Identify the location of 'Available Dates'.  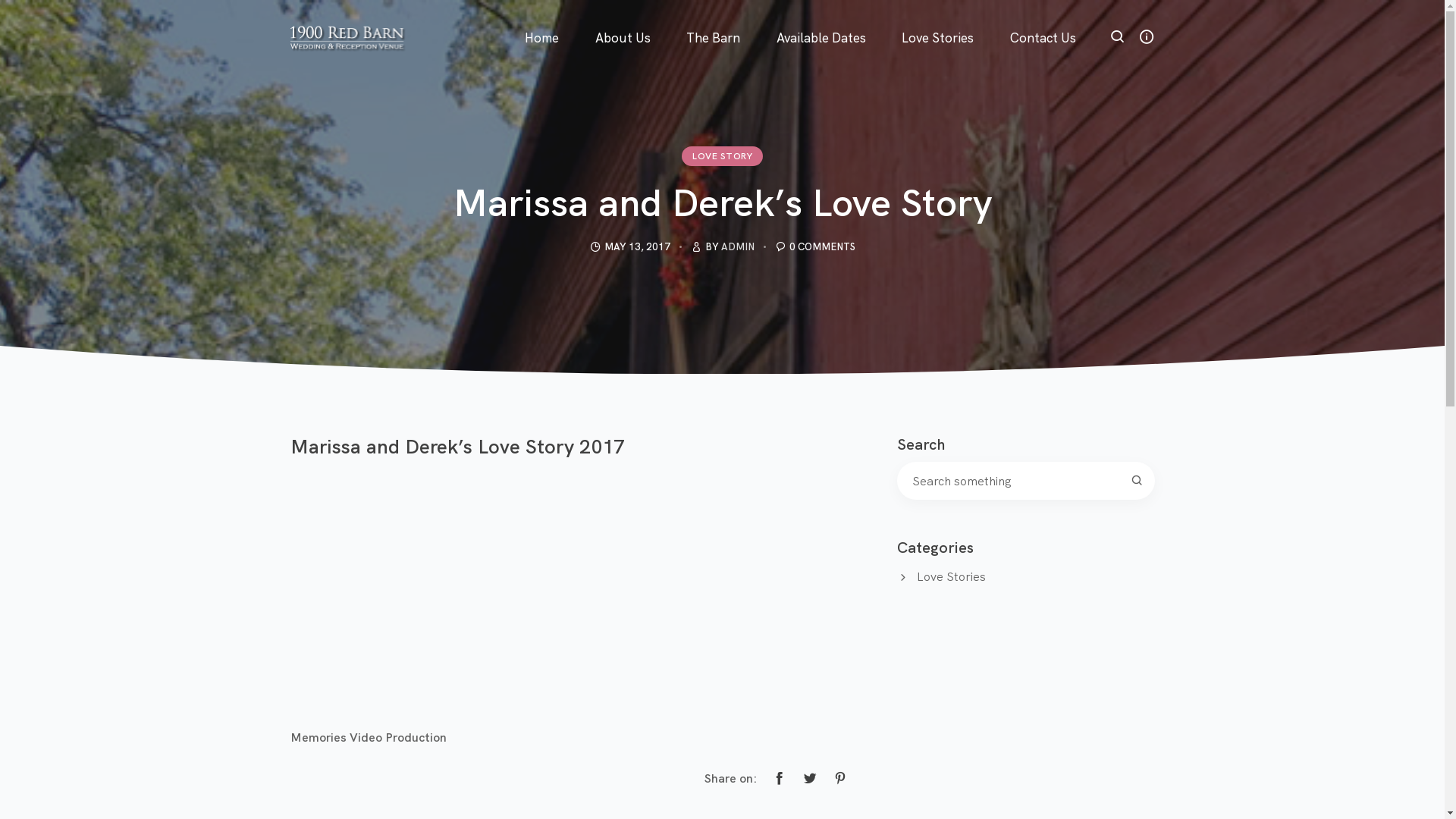
(821, 18).